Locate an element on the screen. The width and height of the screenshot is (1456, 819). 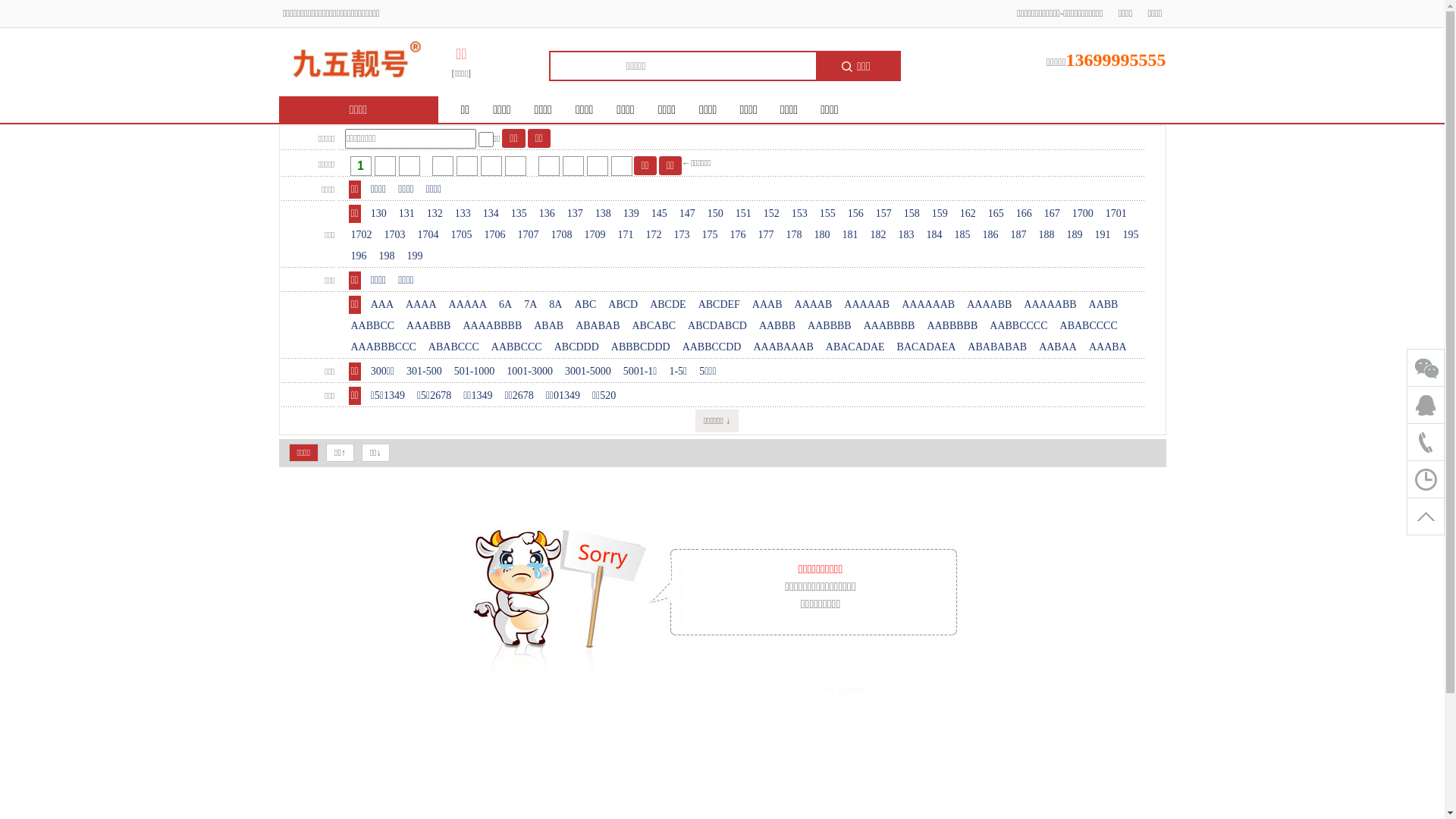
'138' is located at coordinates (602, 213).